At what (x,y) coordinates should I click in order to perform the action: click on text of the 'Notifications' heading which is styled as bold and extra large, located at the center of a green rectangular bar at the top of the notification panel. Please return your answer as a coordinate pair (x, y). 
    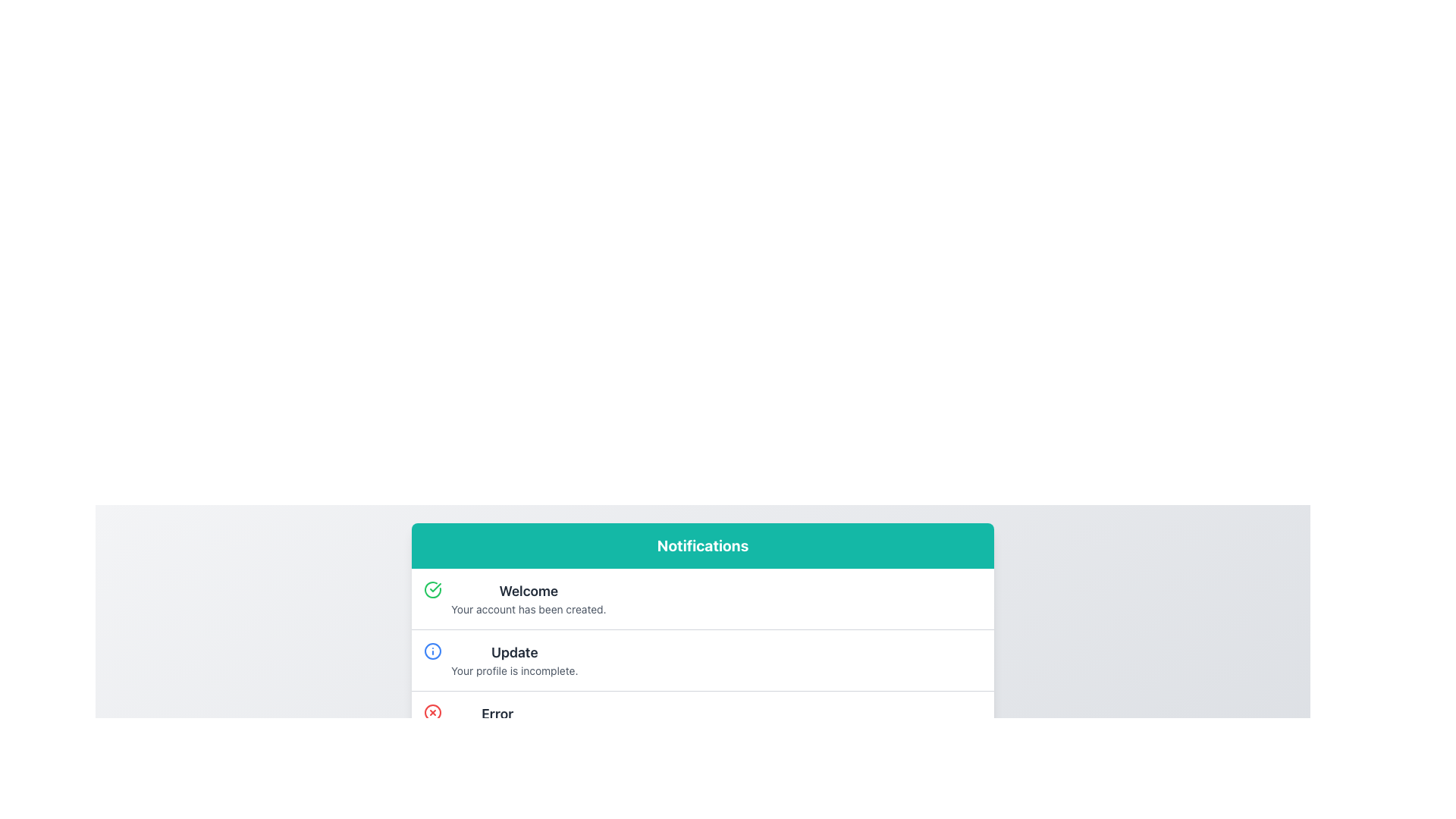
    Looking at the image, I should click on (701, 546).